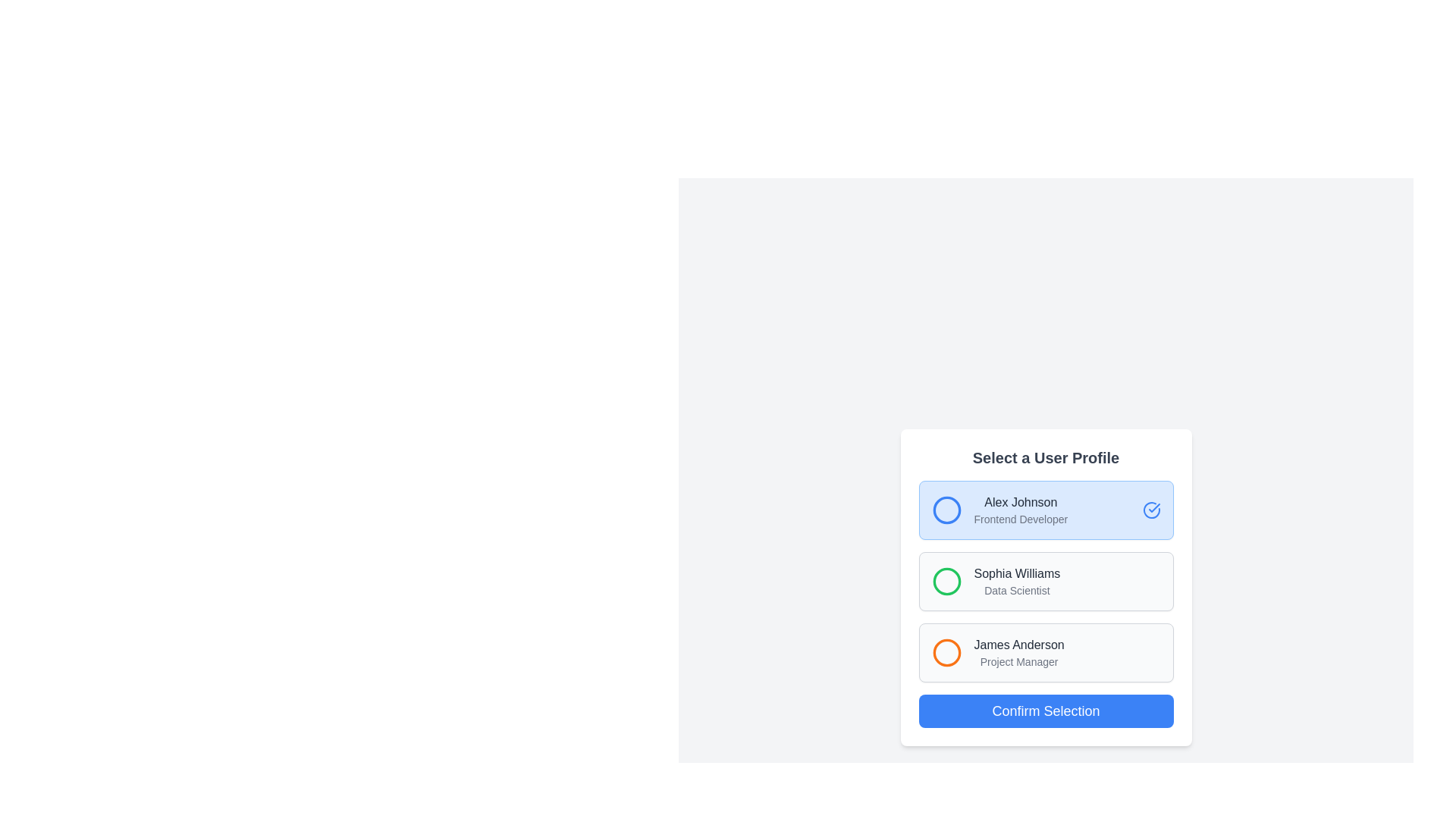  What do you see at coordinates (1017, 573) in the screenshot?
I see `the text label displaying 'Sophia Williams', which is located in the second user profile option of the selection list, to interact with adjacent components` at bounding box center [1017, 573].